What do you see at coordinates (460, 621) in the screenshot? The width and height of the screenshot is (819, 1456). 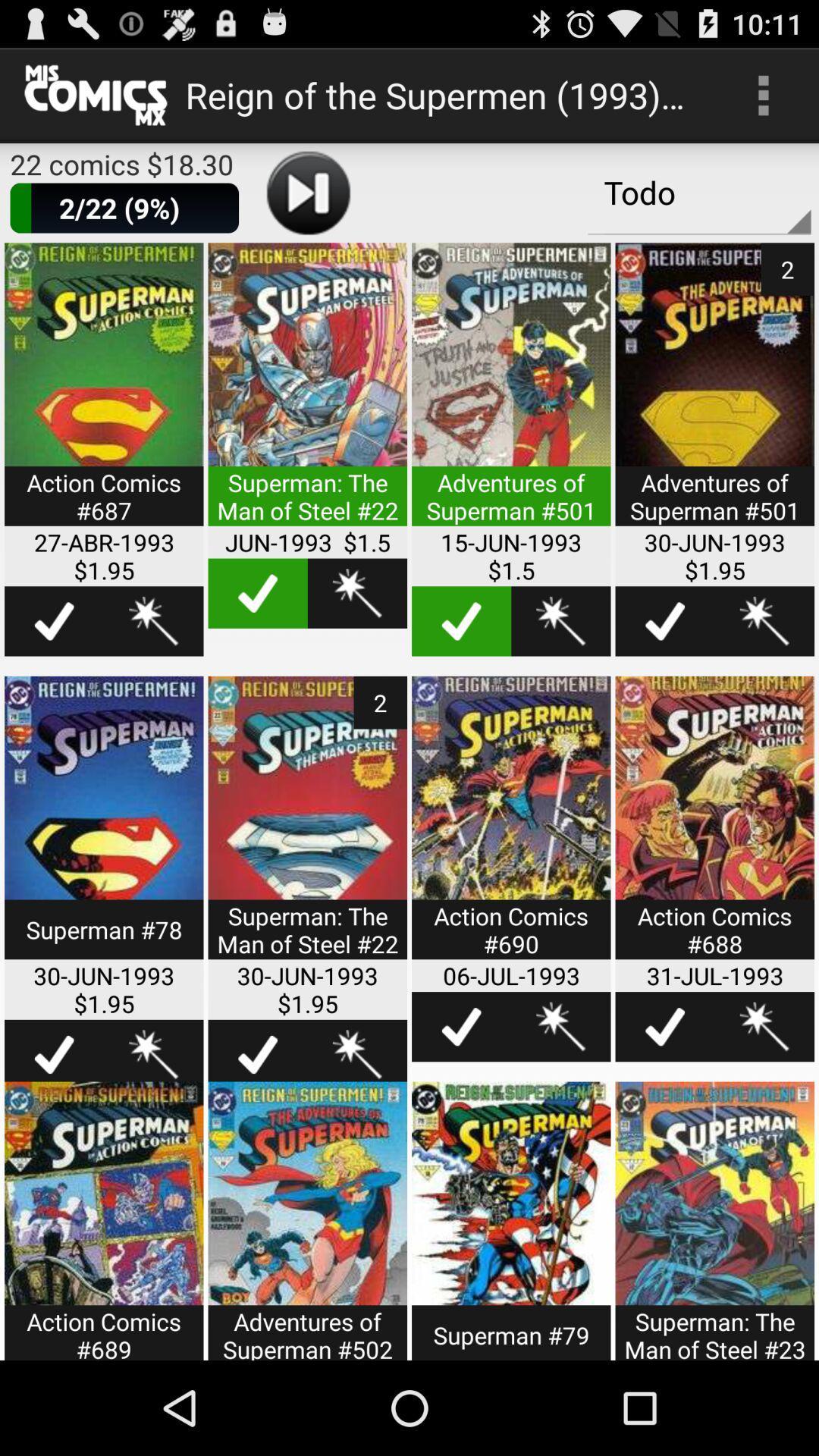 I see `remove the check from the option` at bounding box center [460, 621].